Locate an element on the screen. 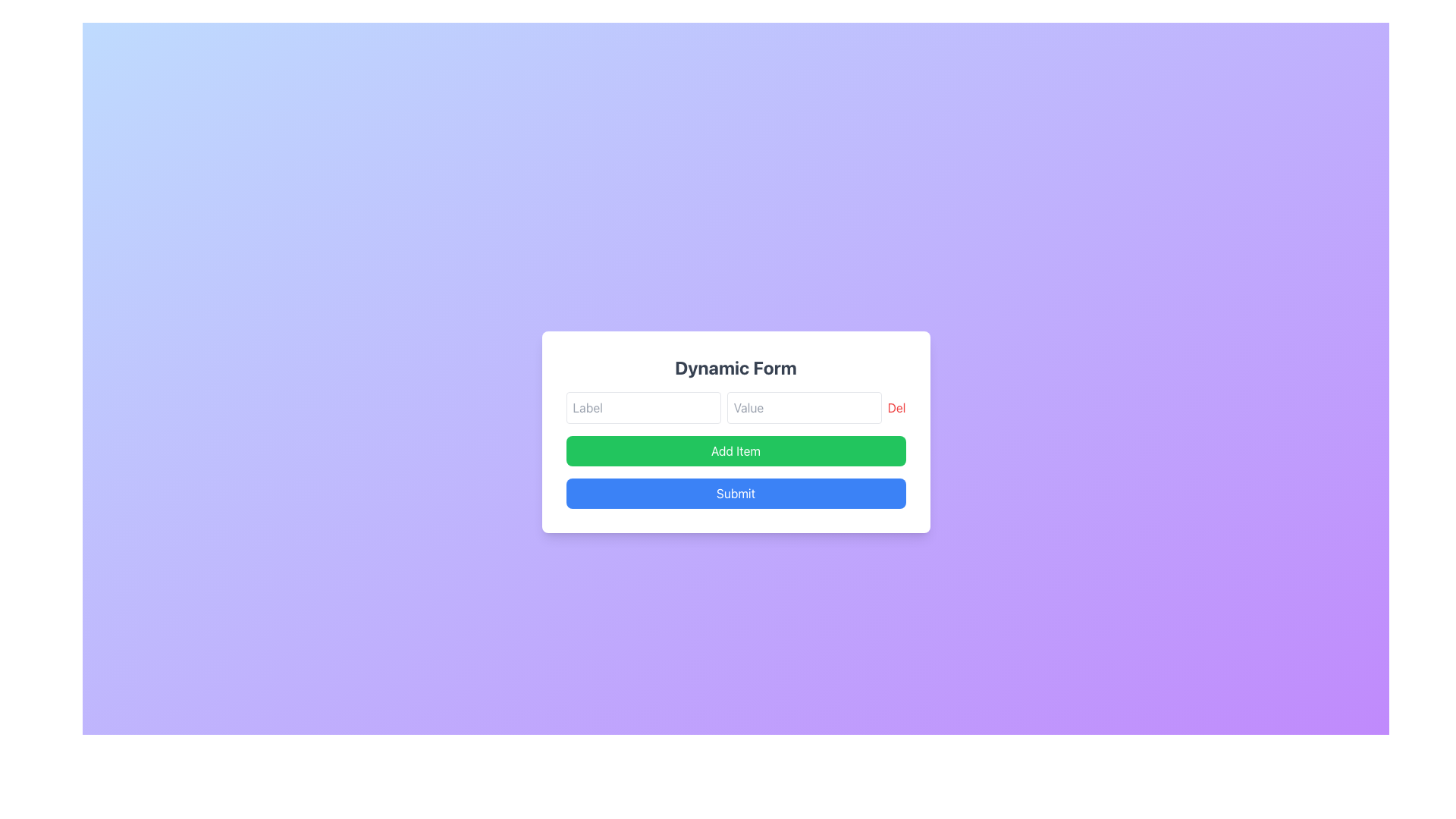 This screenshot has width=1456, height=819. the centered header text 'Dynamic Form' which is styled with a large, bold font and gray color, located at the top of a white, rounded rectangle card is located at coordinates (736, 368).